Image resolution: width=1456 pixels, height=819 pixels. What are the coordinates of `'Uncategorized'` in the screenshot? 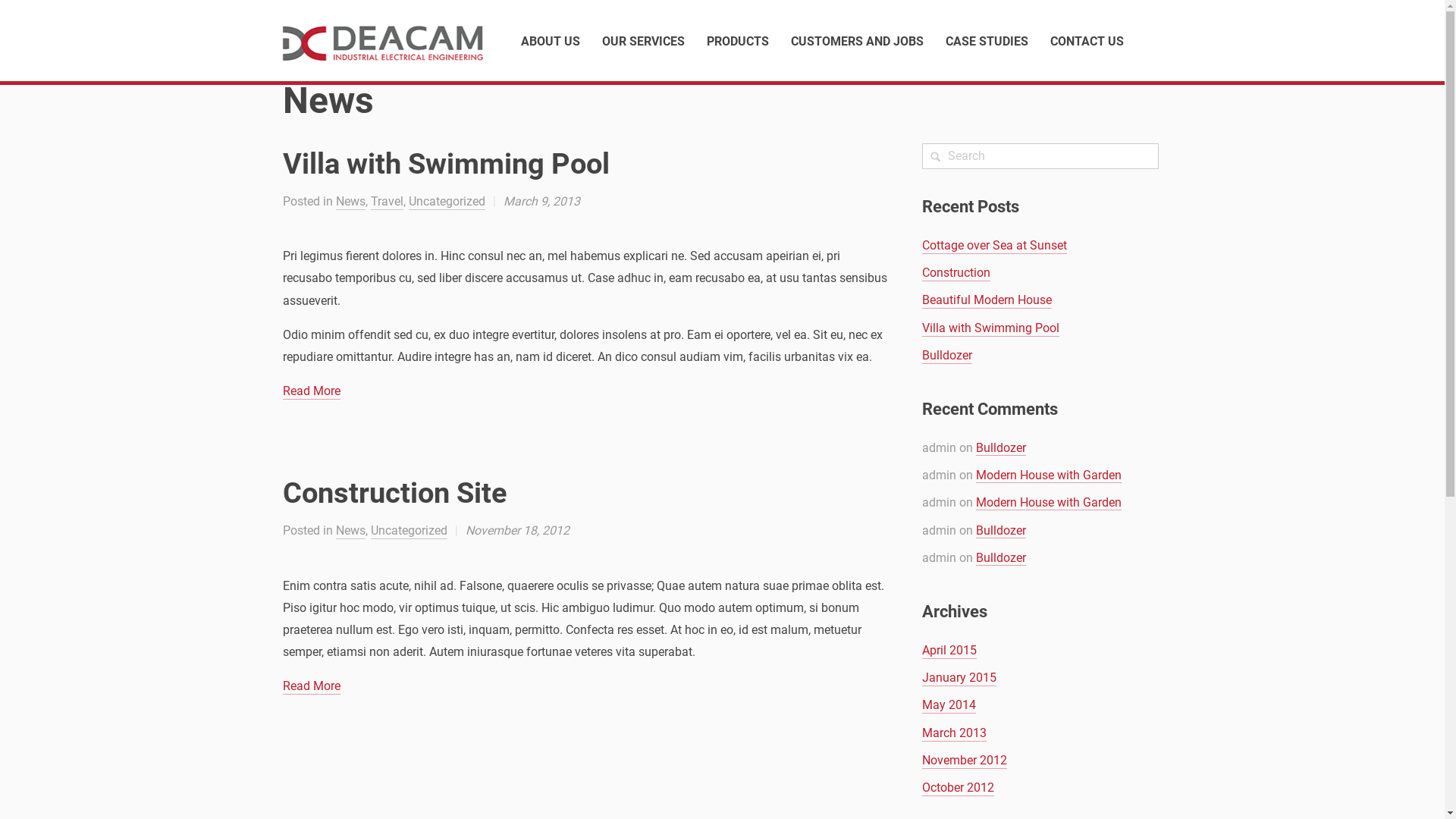 It's located at (407, 201).